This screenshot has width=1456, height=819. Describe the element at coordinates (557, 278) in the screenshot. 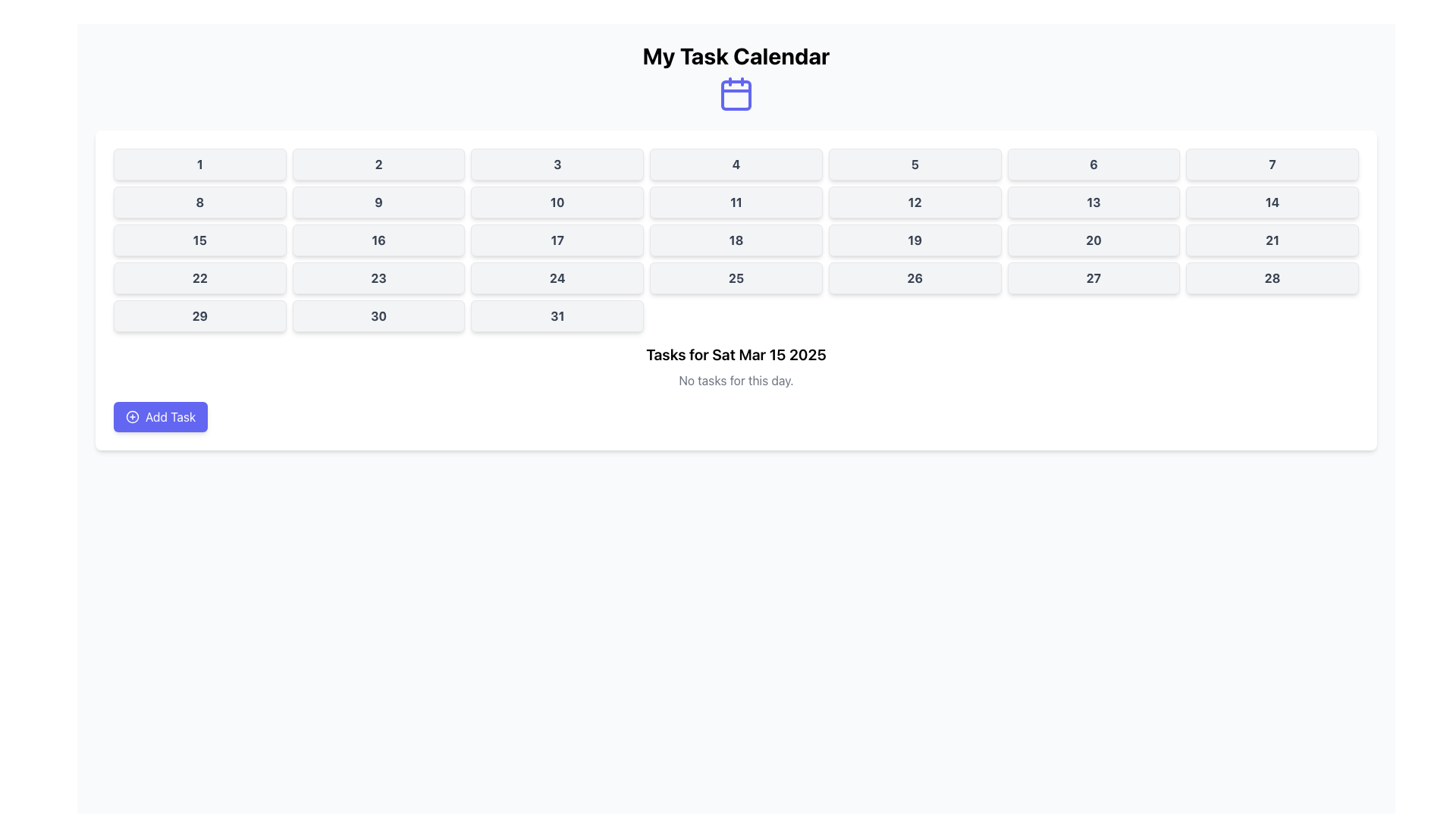

I see `the rectangular button with the bold text '24', which is located in the fourth row and fourth column of a grid layout` at that location.